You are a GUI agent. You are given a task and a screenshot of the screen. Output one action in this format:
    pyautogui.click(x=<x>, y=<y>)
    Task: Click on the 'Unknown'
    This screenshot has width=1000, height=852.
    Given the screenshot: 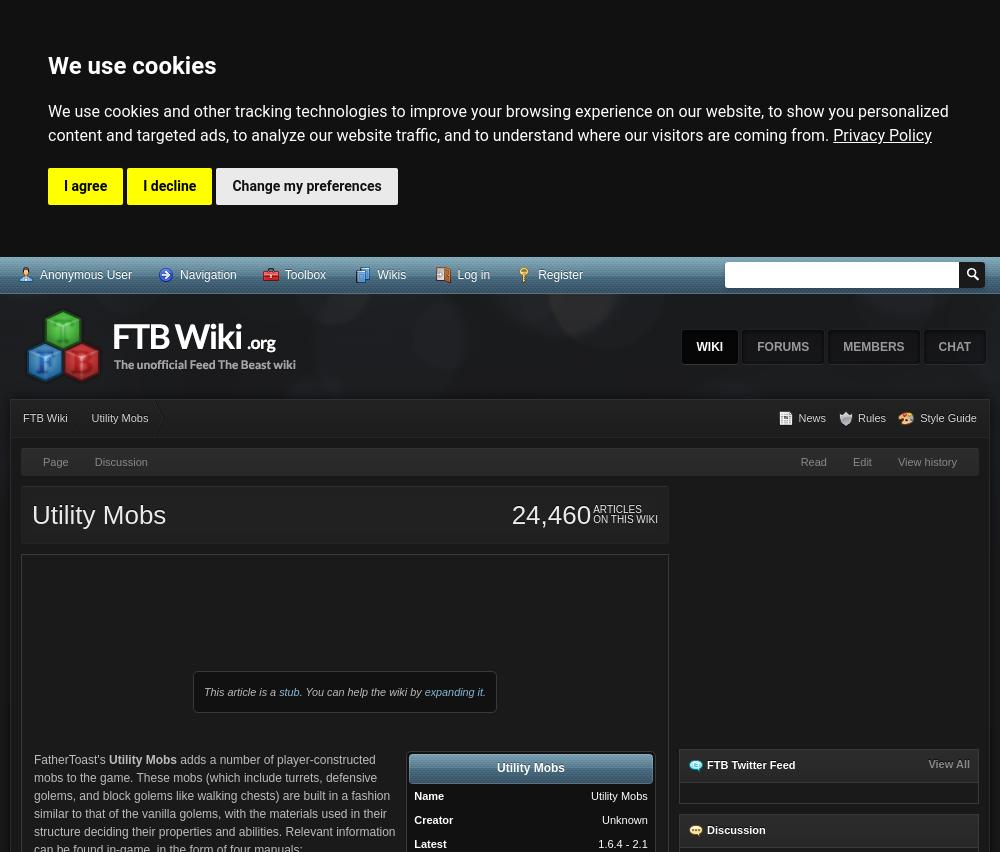 What is the action you would take?
    pyautogui.click(x=623, y=819)
    